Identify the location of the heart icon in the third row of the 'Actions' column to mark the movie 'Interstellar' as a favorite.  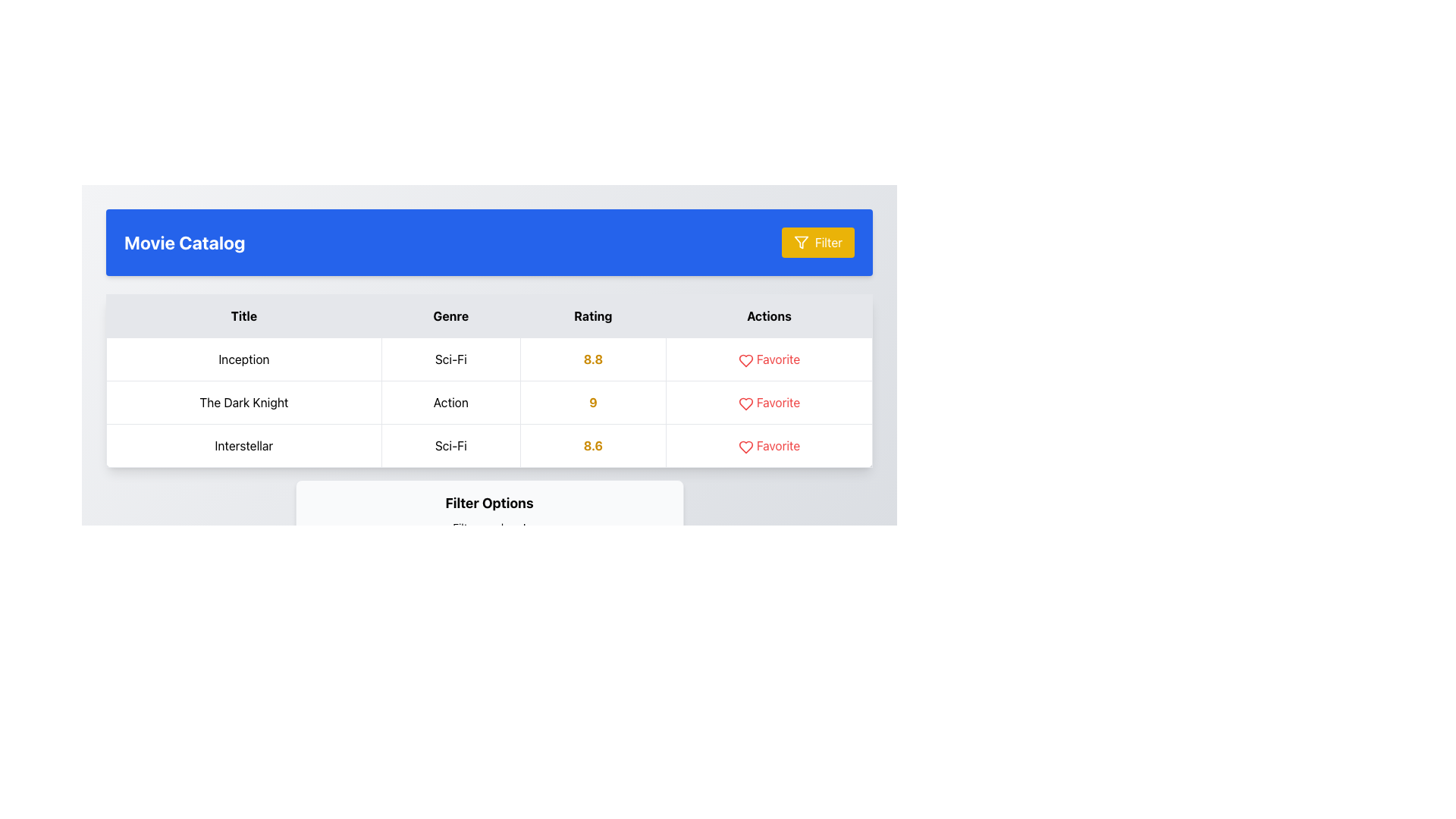
(745, 446).